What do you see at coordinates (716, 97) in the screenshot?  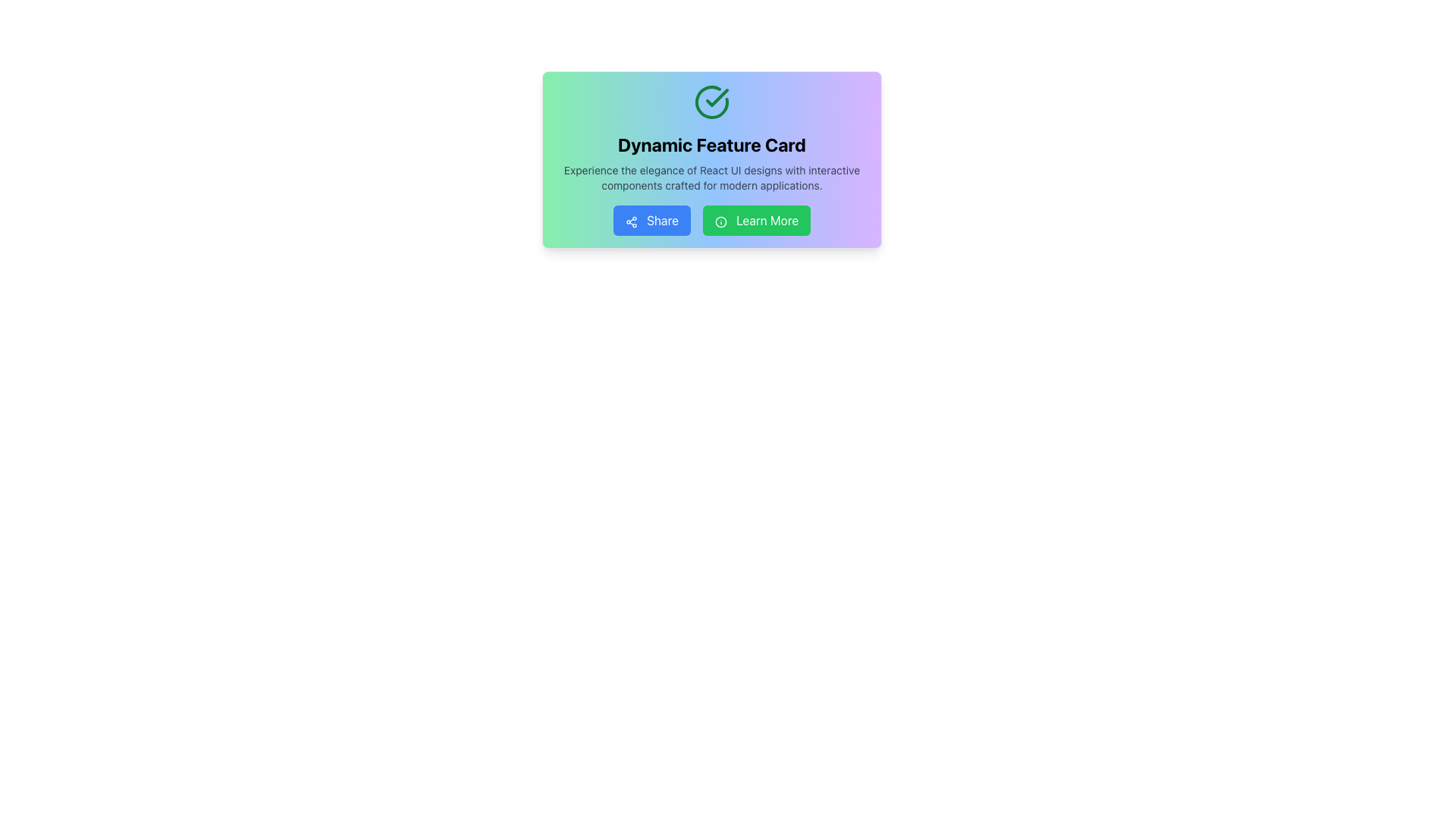 I see `the green checkmark icon located at the top center of the multi-colored card` at bounding box center [716, 97].